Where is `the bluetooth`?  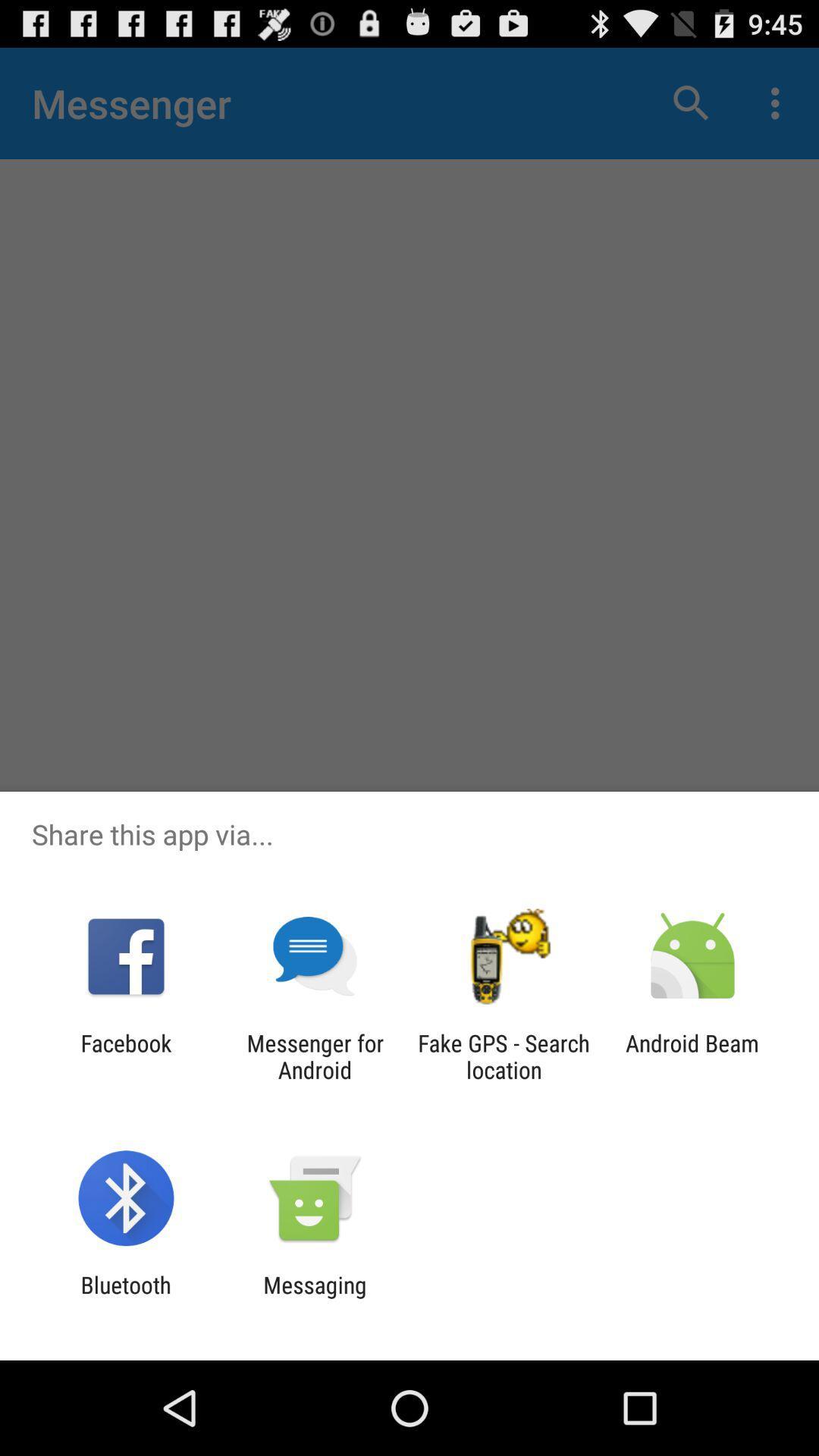 the bluetooth is located at coordinates (125, 1298).